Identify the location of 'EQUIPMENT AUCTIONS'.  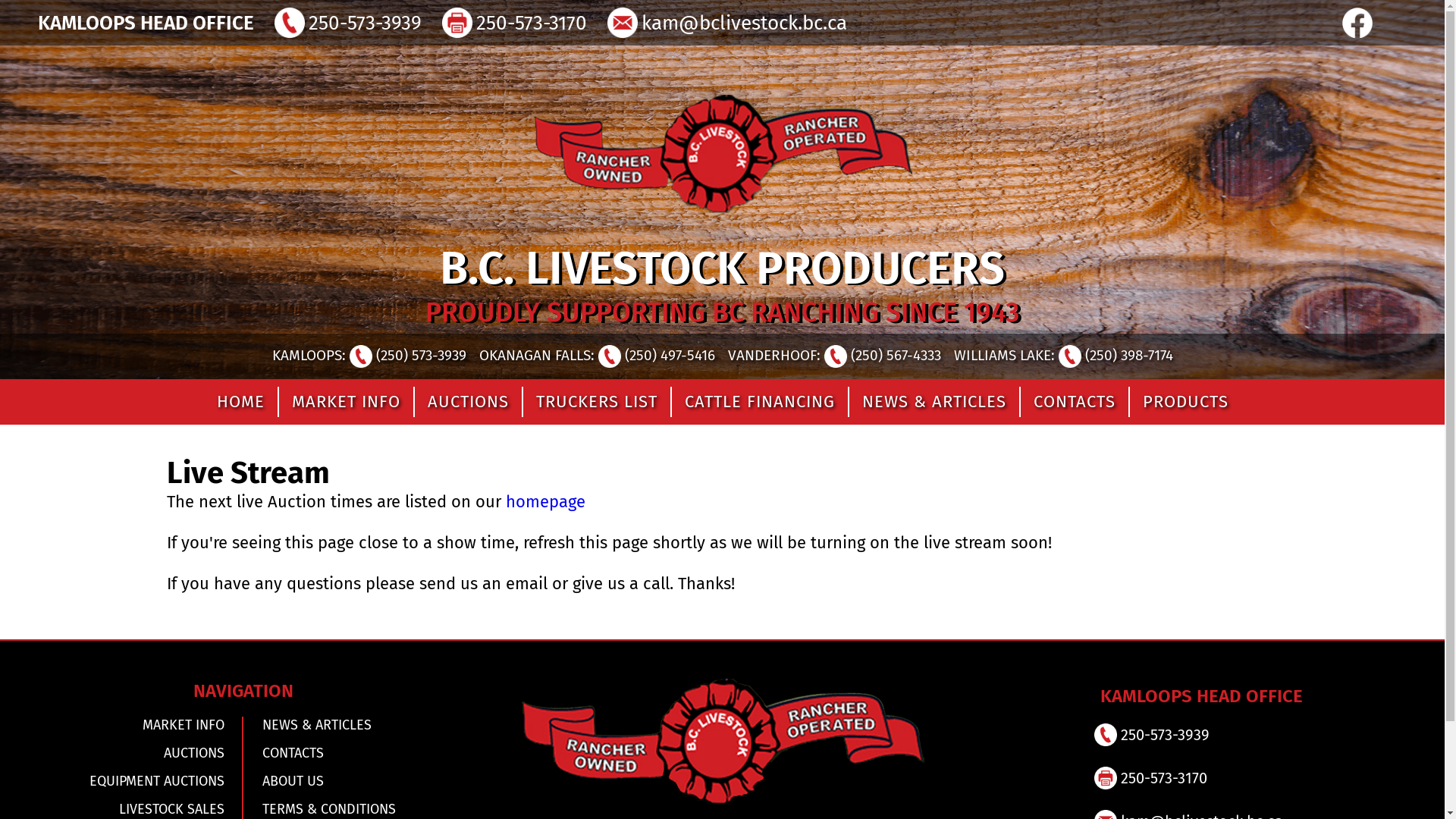
(130, 780).